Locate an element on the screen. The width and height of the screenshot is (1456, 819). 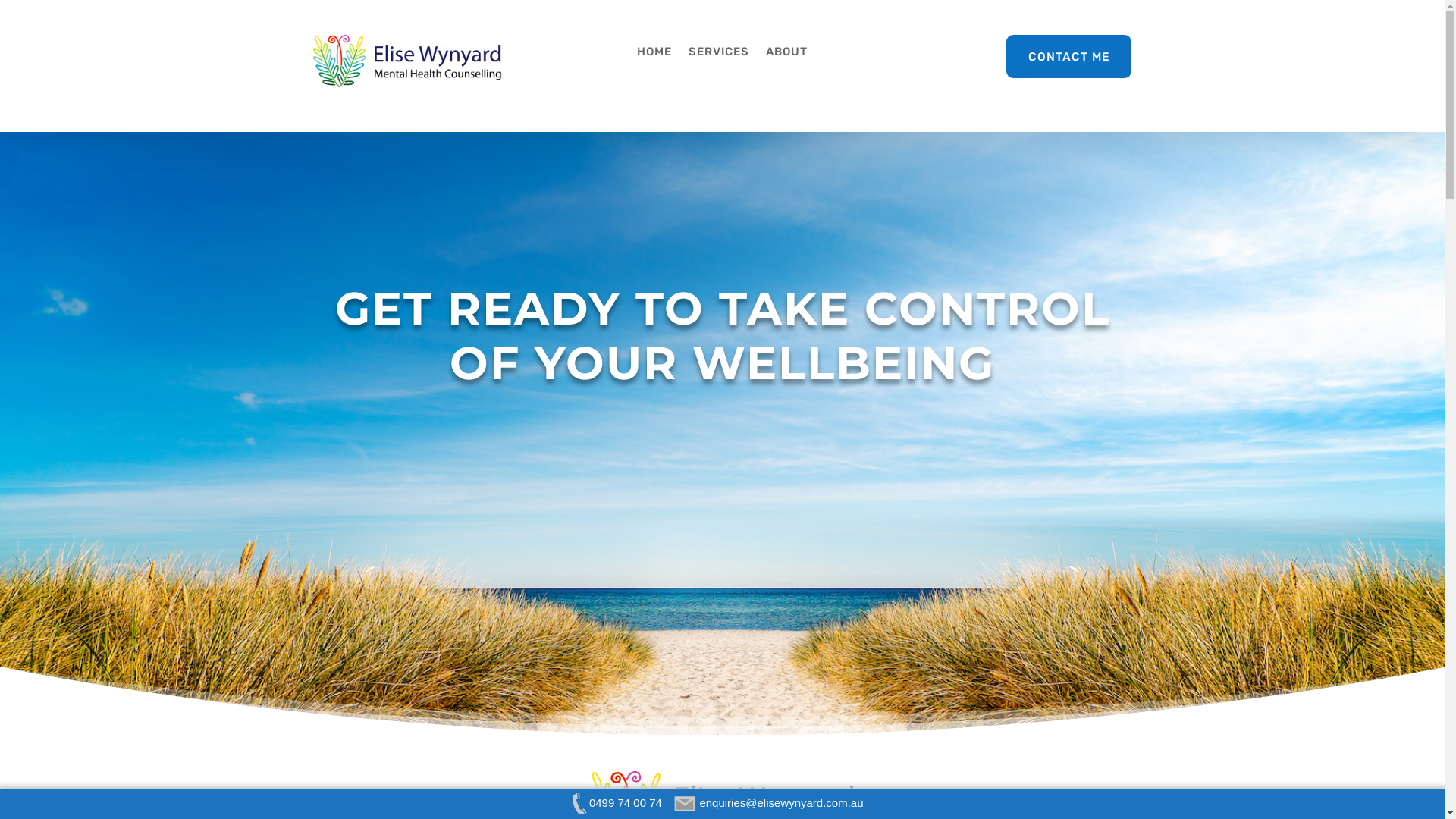
'HOME' is located at coordinates (654, 54).